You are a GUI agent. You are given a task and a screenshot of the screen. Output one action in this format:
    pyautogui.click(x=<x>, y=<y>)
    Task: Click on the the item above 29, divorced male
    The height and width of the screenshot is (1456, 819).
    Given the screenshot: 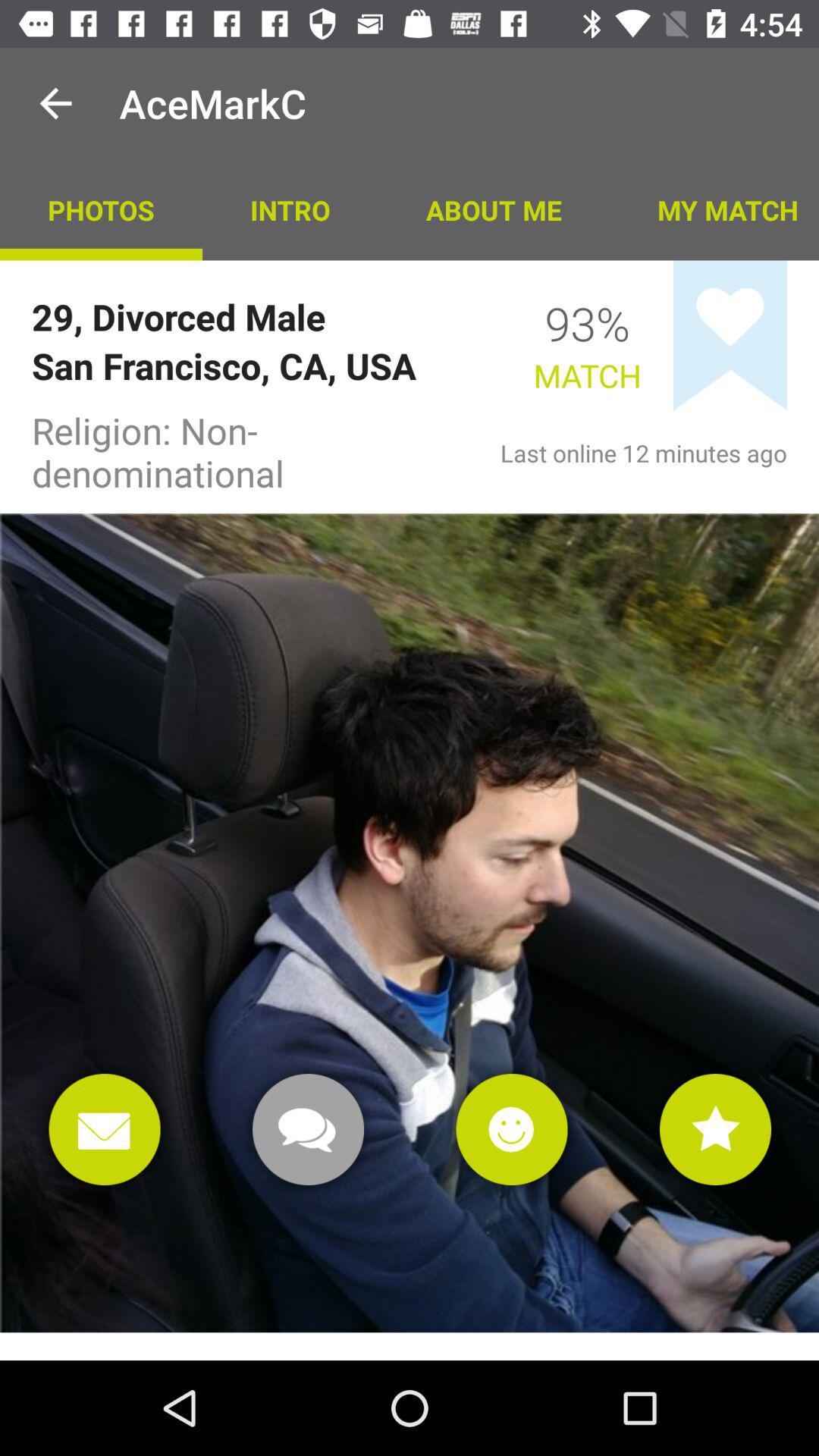 What is the action you would take?
    pyautogui.click(x=290, y=209)
    